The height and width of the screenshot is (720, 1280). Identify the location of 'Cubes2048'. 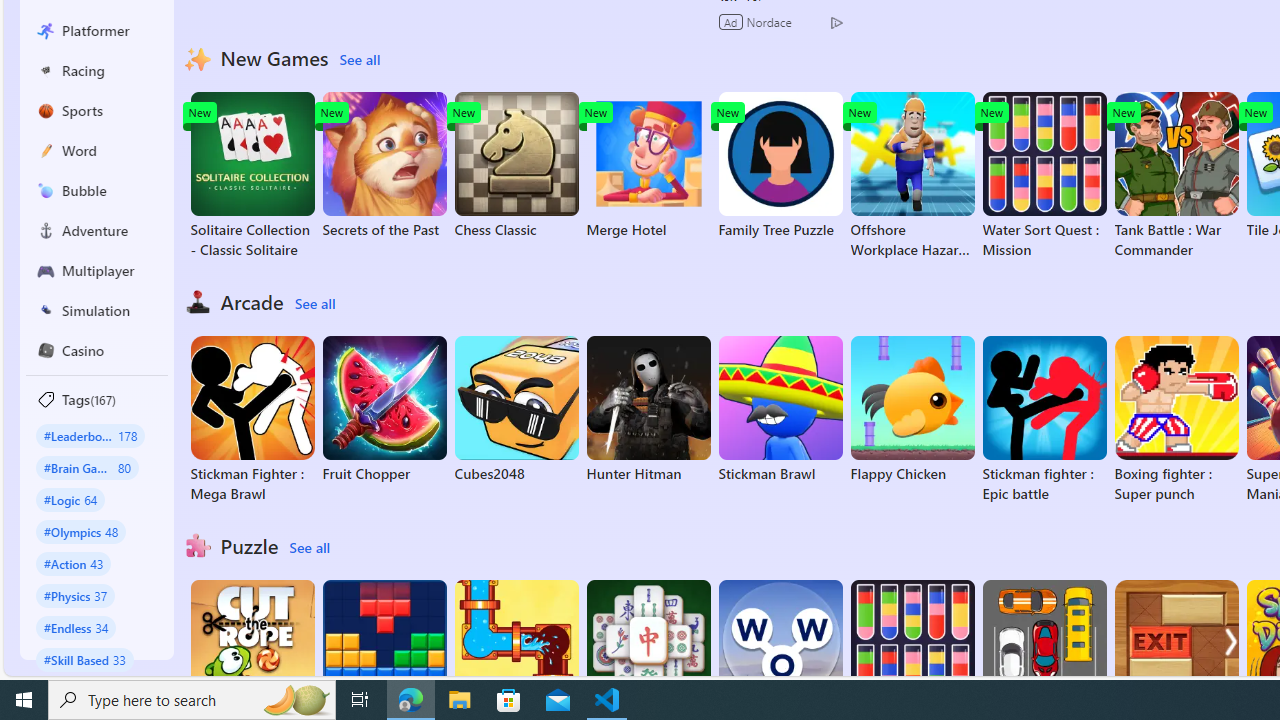
(516, 409).